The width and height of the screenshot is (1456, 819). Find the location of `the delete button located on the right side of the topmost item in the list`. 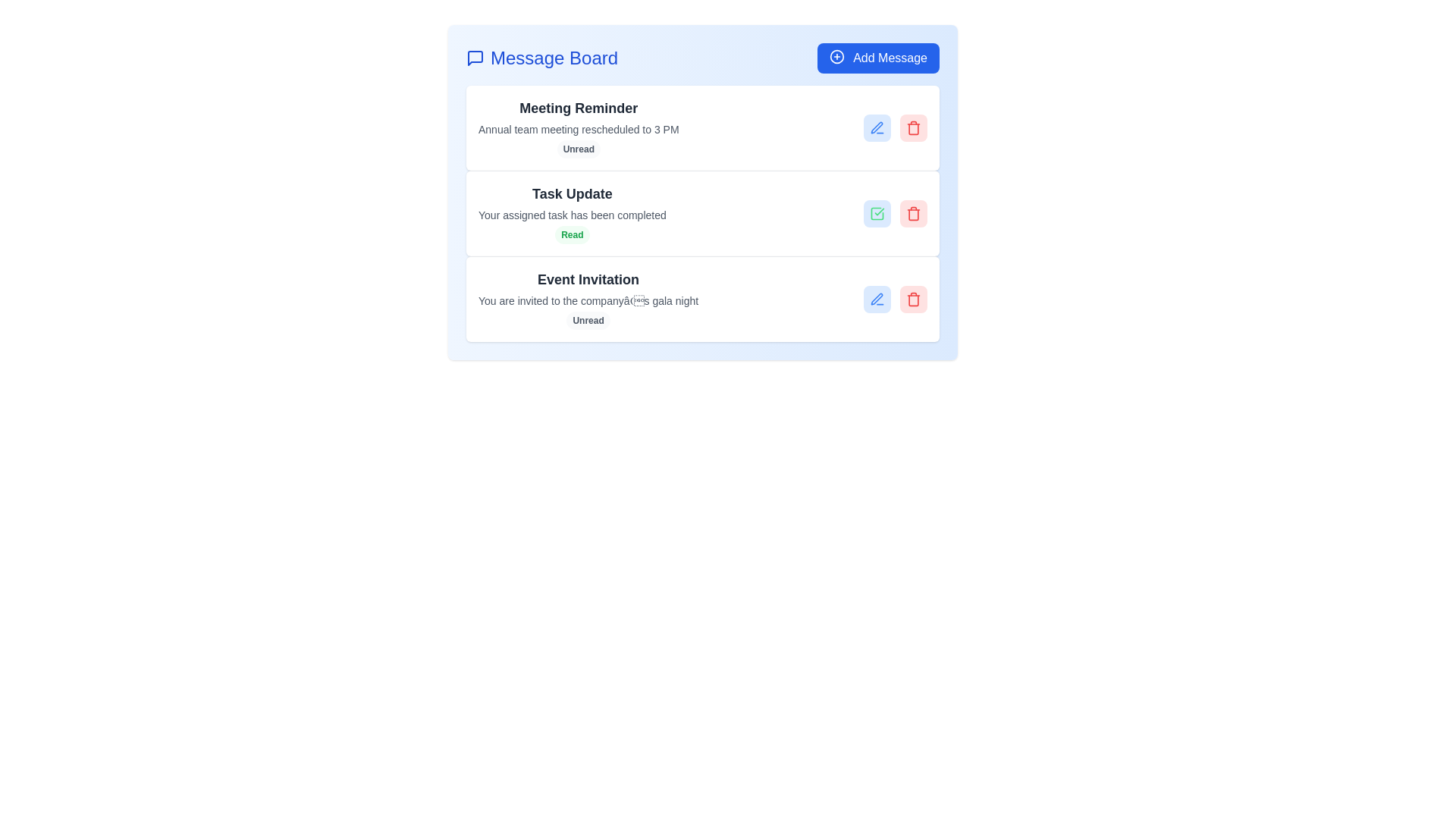

the delete button located on the right side of the topmost item in the list is located at coordinates (912, 127).